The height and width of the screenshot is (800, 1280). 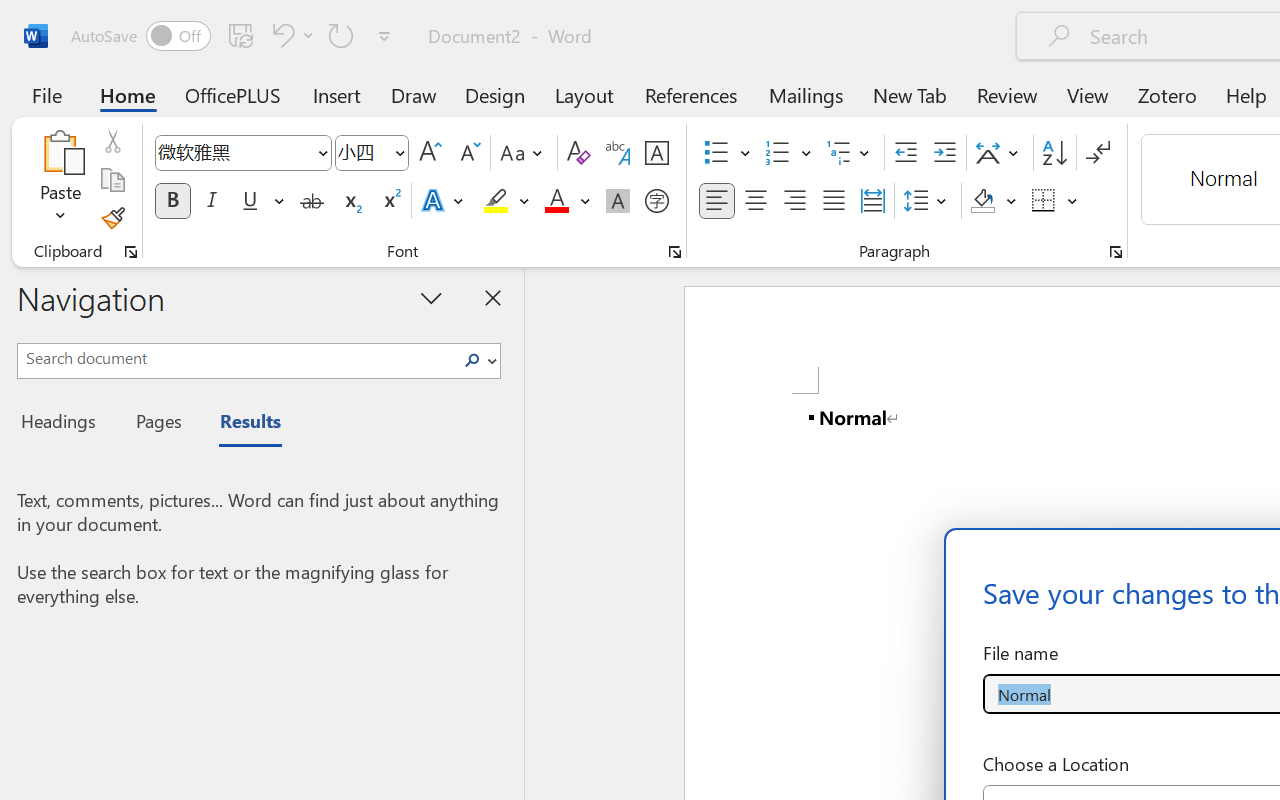 I want to click on 'Align Left', so click(x=716, y=201).